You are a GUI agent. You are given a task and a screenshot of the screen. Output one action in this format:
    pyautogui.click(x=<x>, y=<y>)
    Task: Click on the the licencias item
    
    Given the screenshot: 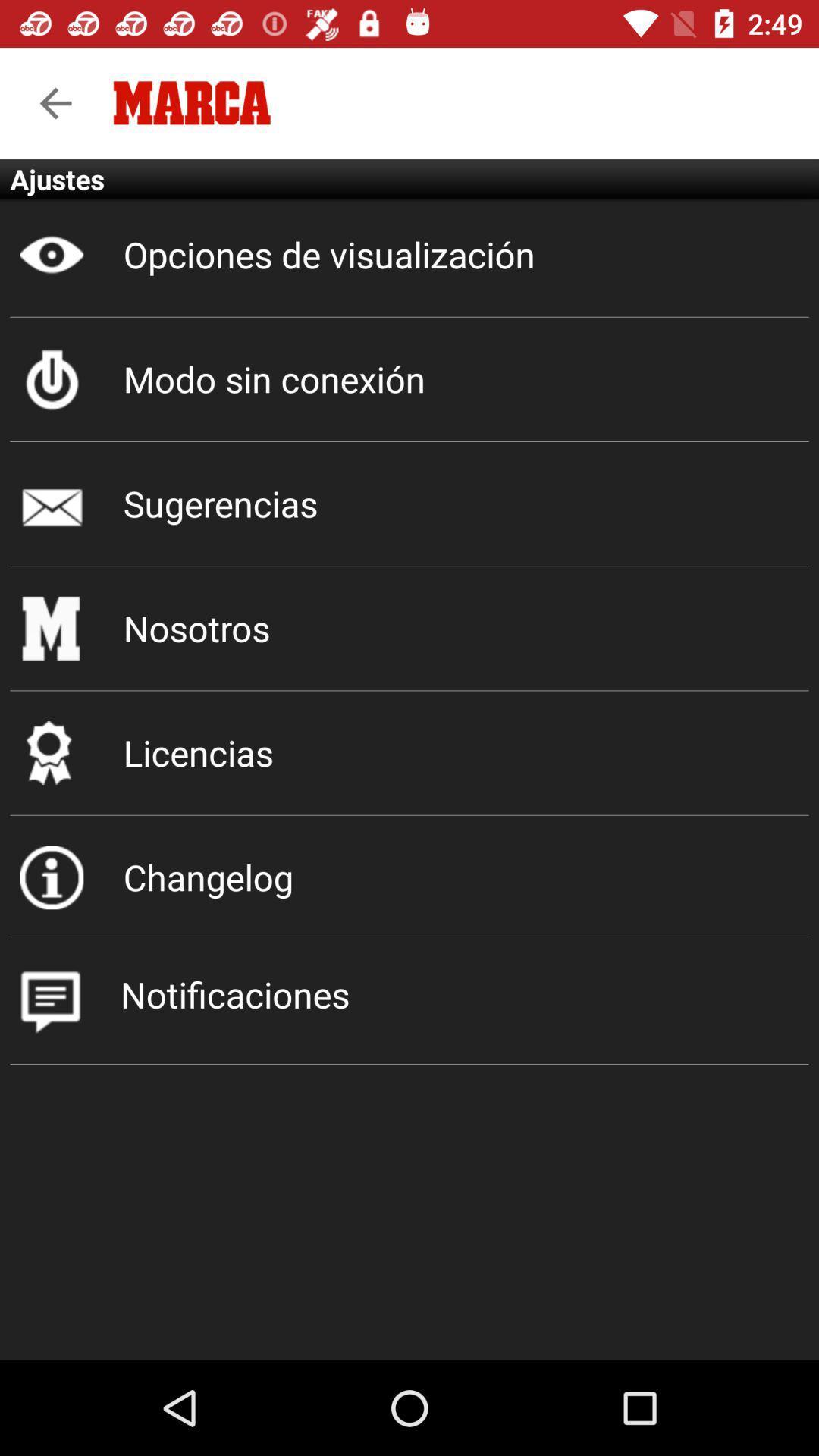 What is the action you would take?
    pyautogui.click(x=409, y=753)
    